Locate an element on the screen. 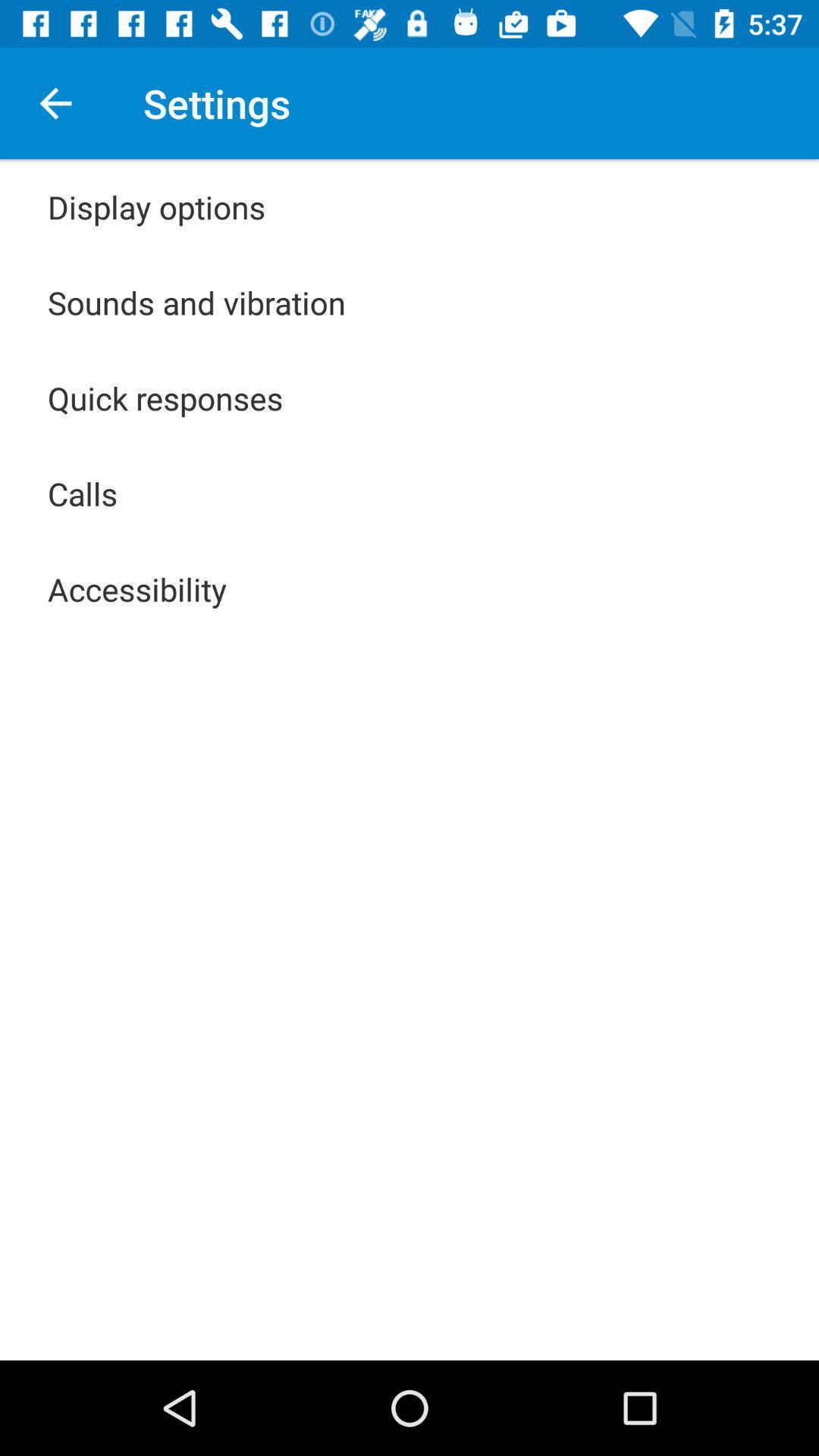 This screenshot has height=1456, width=819. app above quick responses is located at coordinates (196, 302).